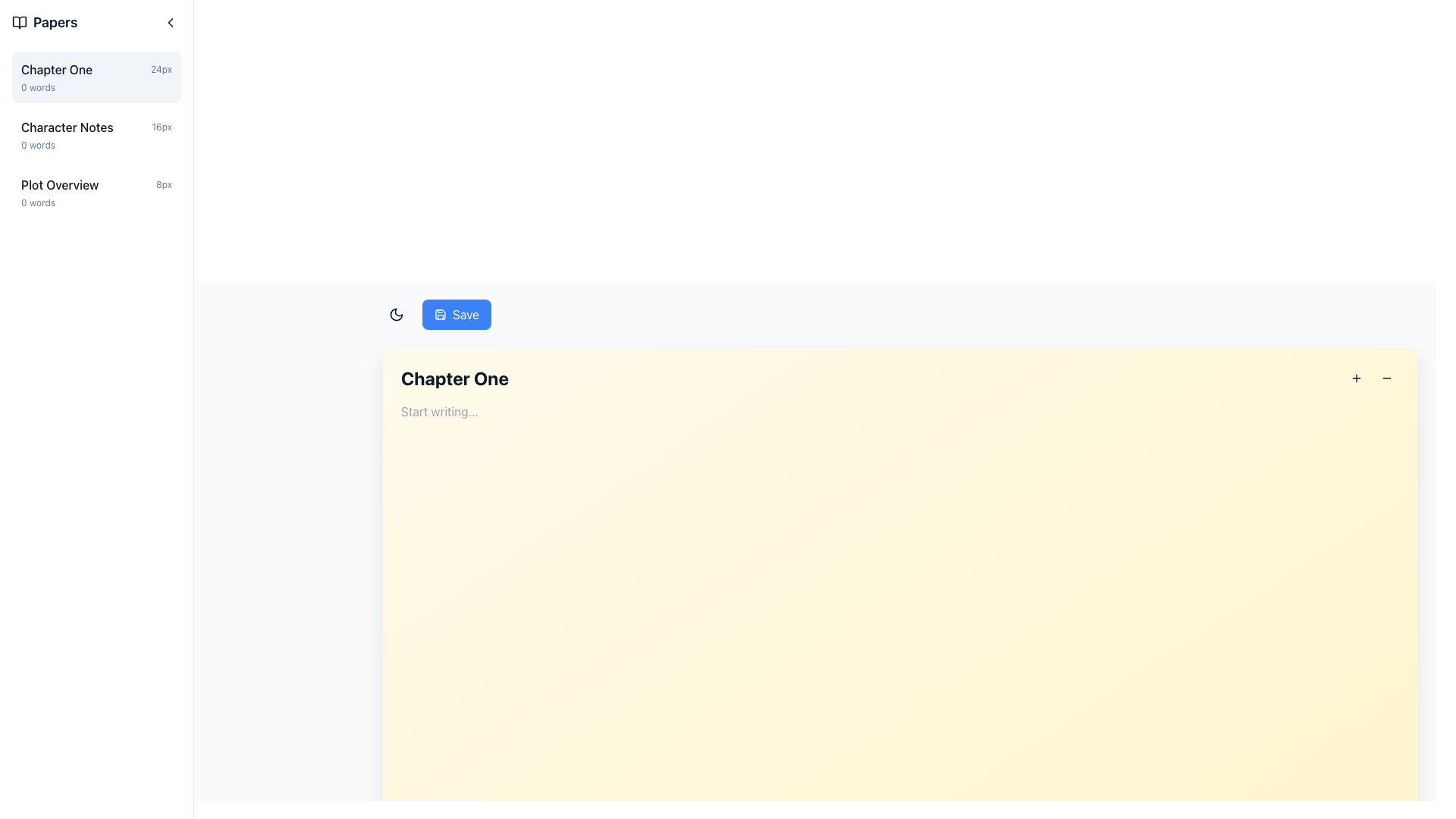  What do you see at coordinates (60, 184) in the screenshot?
I see `the text label displaying 'Plot Overview' located in the left sidebar navigation, positioned between 'Character Notes' and other similar elements` at bounding box center [60, 184].